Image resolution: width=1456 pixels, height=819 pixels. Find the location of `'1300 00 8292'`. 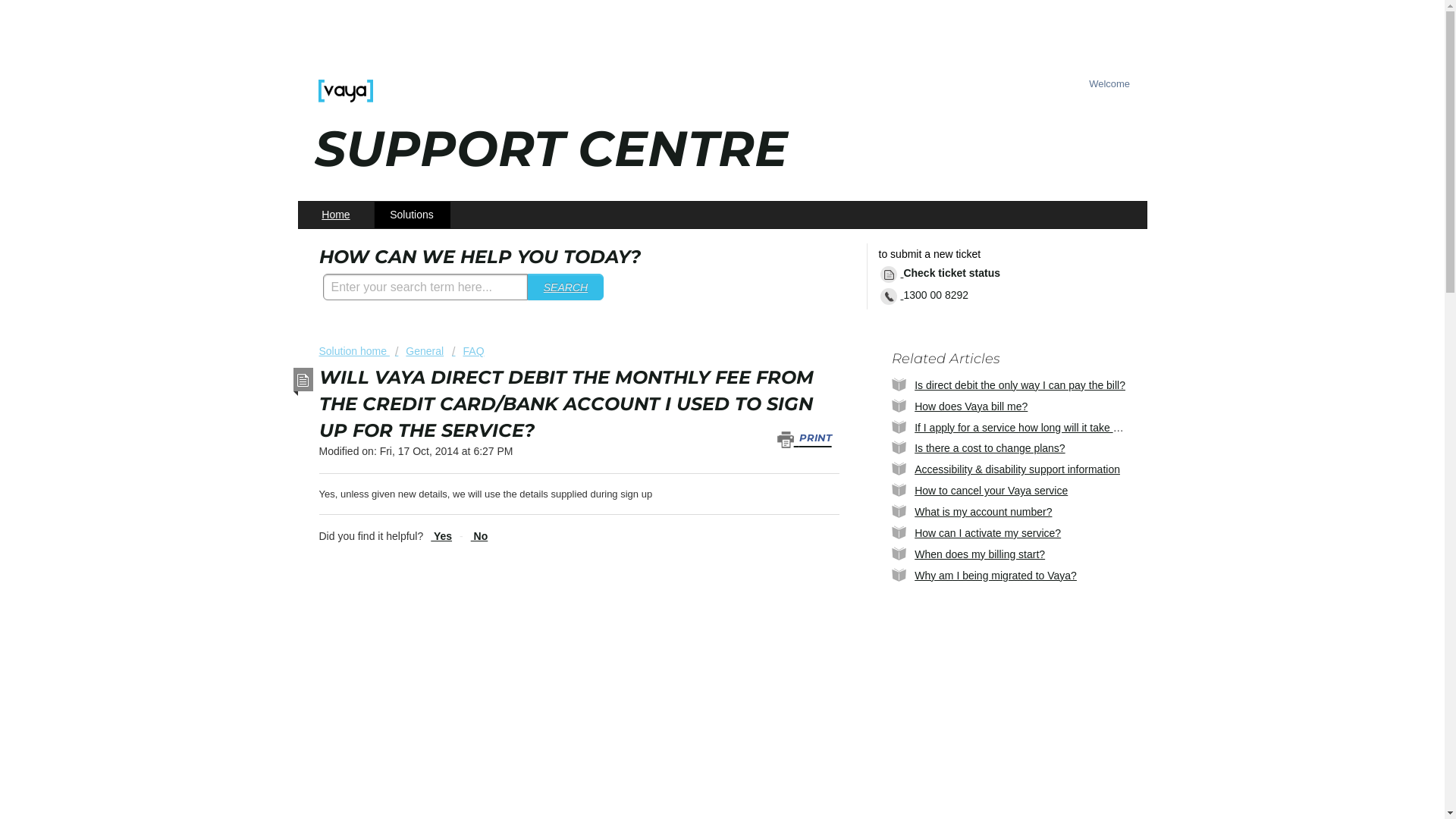

'1300 00 8292' is located at coordinates (878, 296).